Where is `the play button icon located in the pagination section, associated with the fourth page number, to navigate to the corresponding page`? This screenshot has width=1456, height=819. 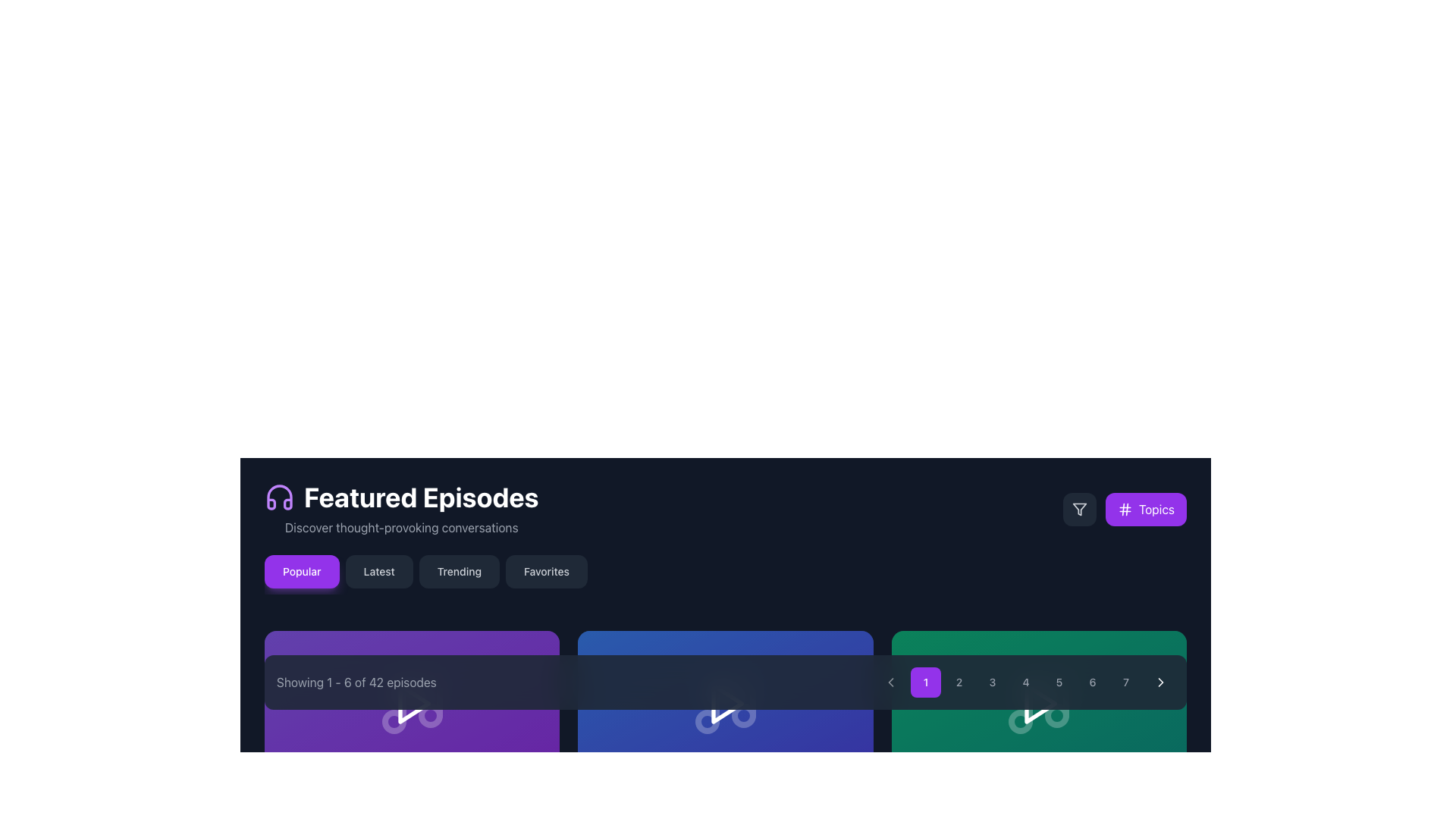
the play button icon located in the pagination section, associated with the fourth page number, to navigate to the corresponding page is located at coordinates (1040, 704).